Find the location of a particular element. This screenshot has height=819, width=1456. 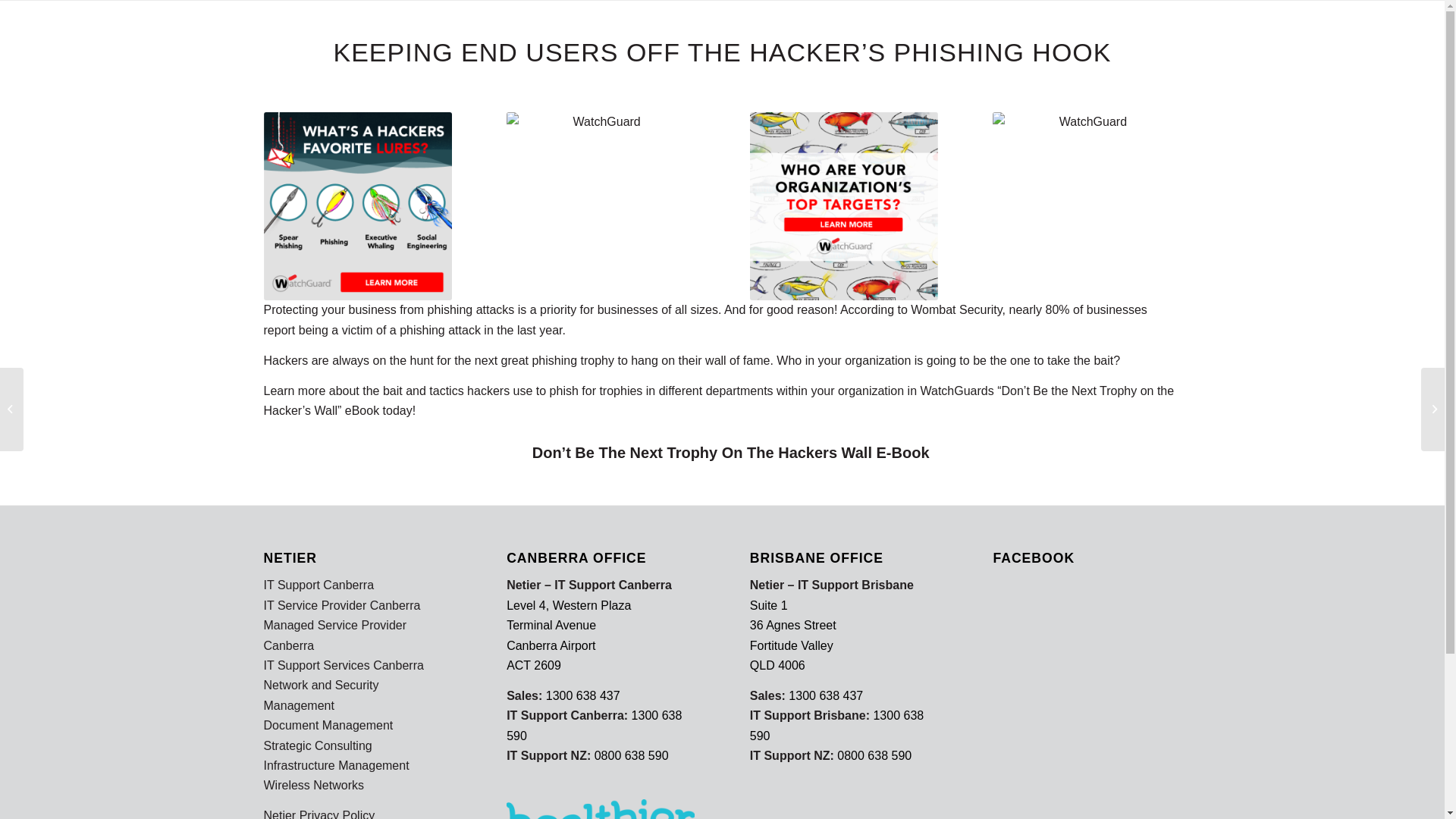

'Document Management' is located at coordinates (328, 724).